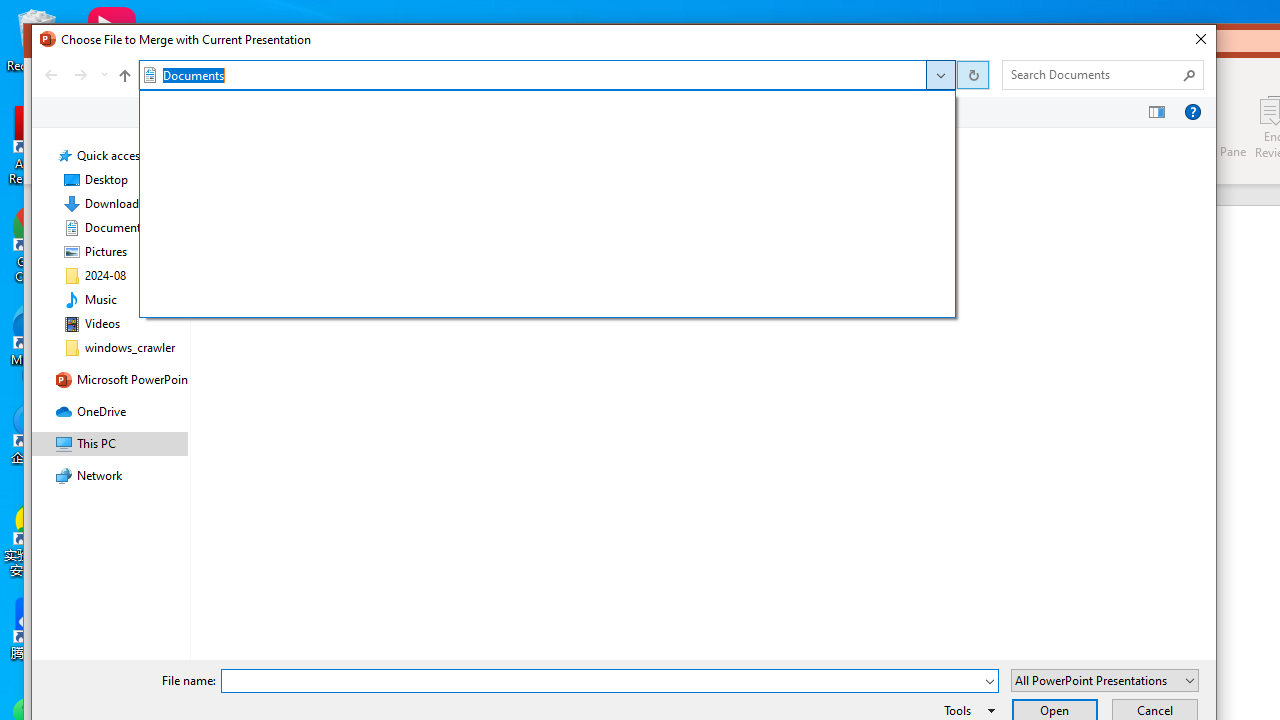 Image resolution: width=1280 pixels, height=720 pixels. Describe the element at coordinates (1192, 112) in the screenshot. I see `'&Help'` at that location.